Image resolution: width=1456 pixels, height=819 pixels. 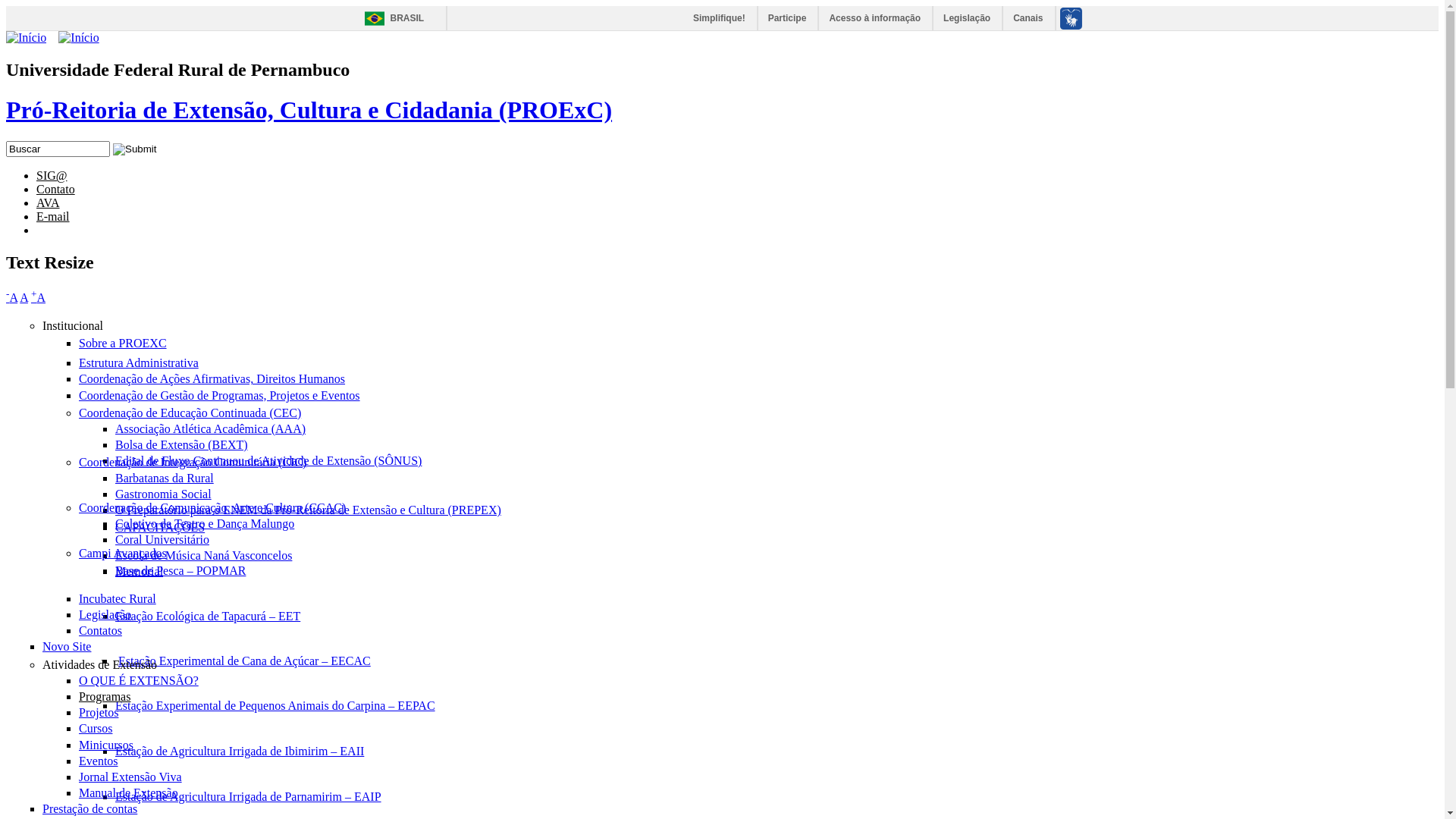 What do you see at coordinates (104, 696) in the screenshot?
I see `'Programas'` at bounding box center [104, 696].